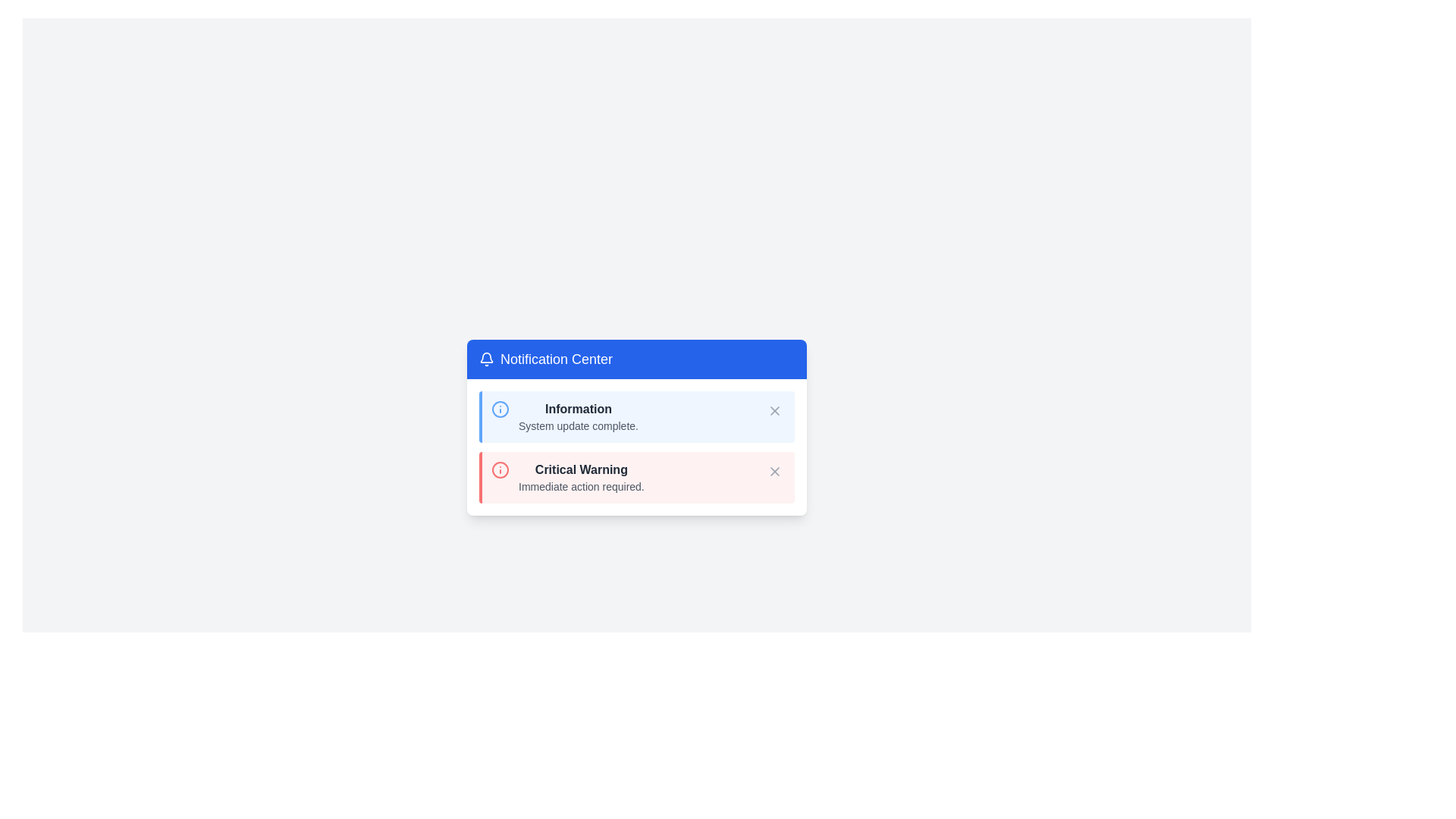 This screenshot has width=1456, height=819. I want to click on the warning alert notification located below the 'Information' notification in the notification panel, so click(580, 476).